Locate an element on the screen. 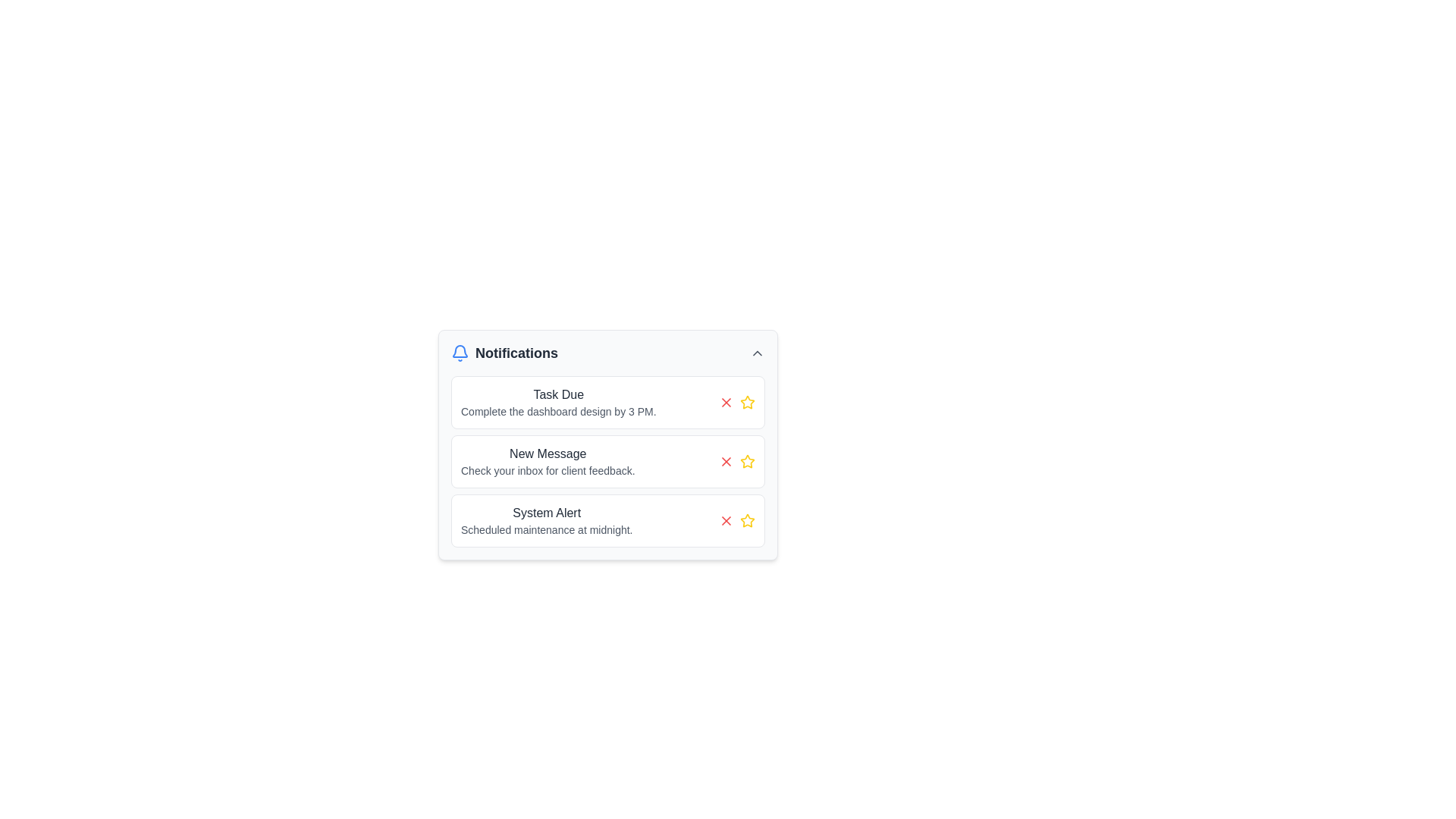  text element displaying 'Complete the dashboard design by 3 PM.' located below the 'Task Due' heading in the notifications panel is located at coordinates (557, 412).